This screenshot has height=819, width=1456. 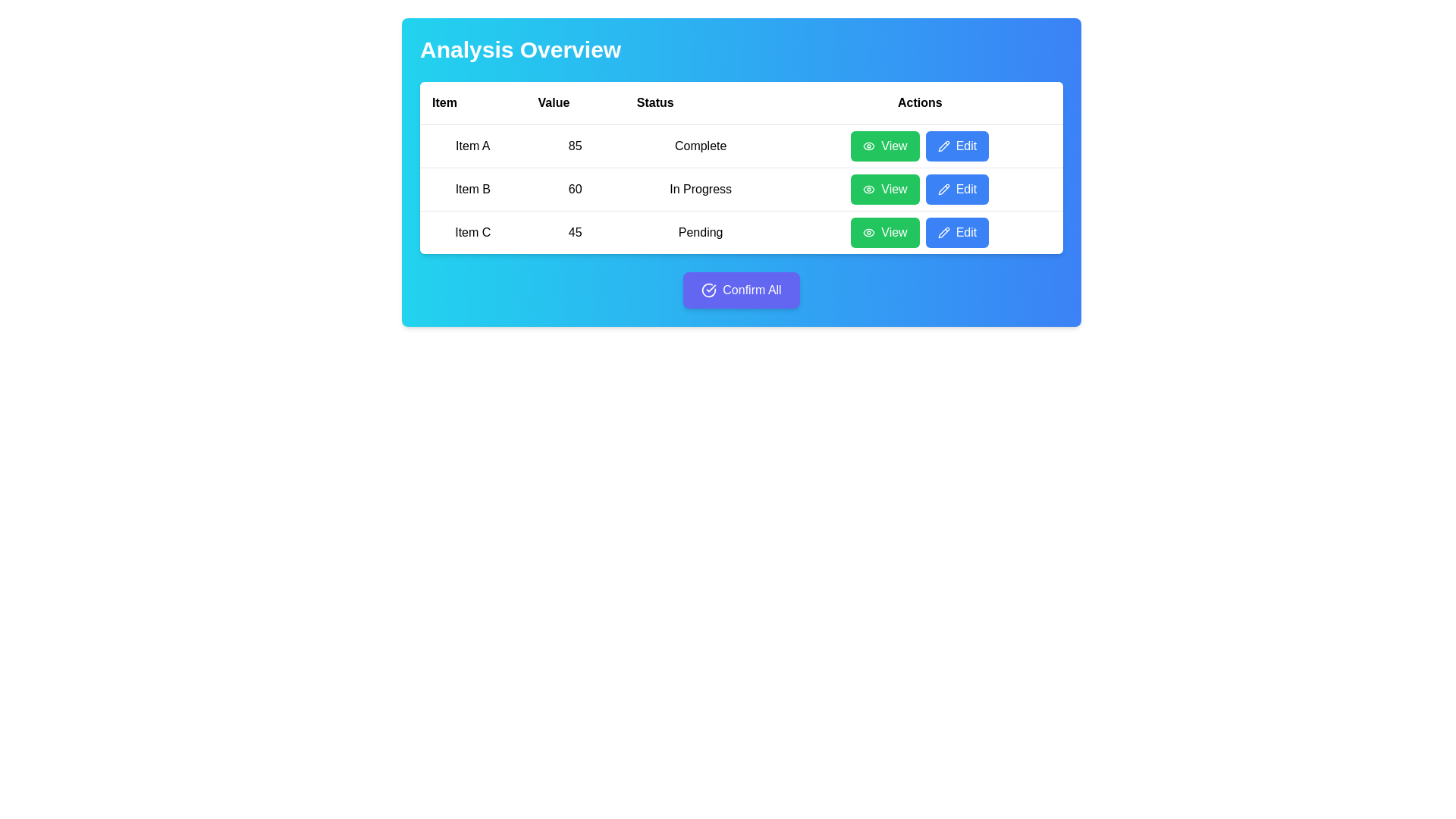 I want to click on the text label displaying 'Analysis Overview' which is located at the top of the interface in a gradient blue background, so click(x=520, y=49).